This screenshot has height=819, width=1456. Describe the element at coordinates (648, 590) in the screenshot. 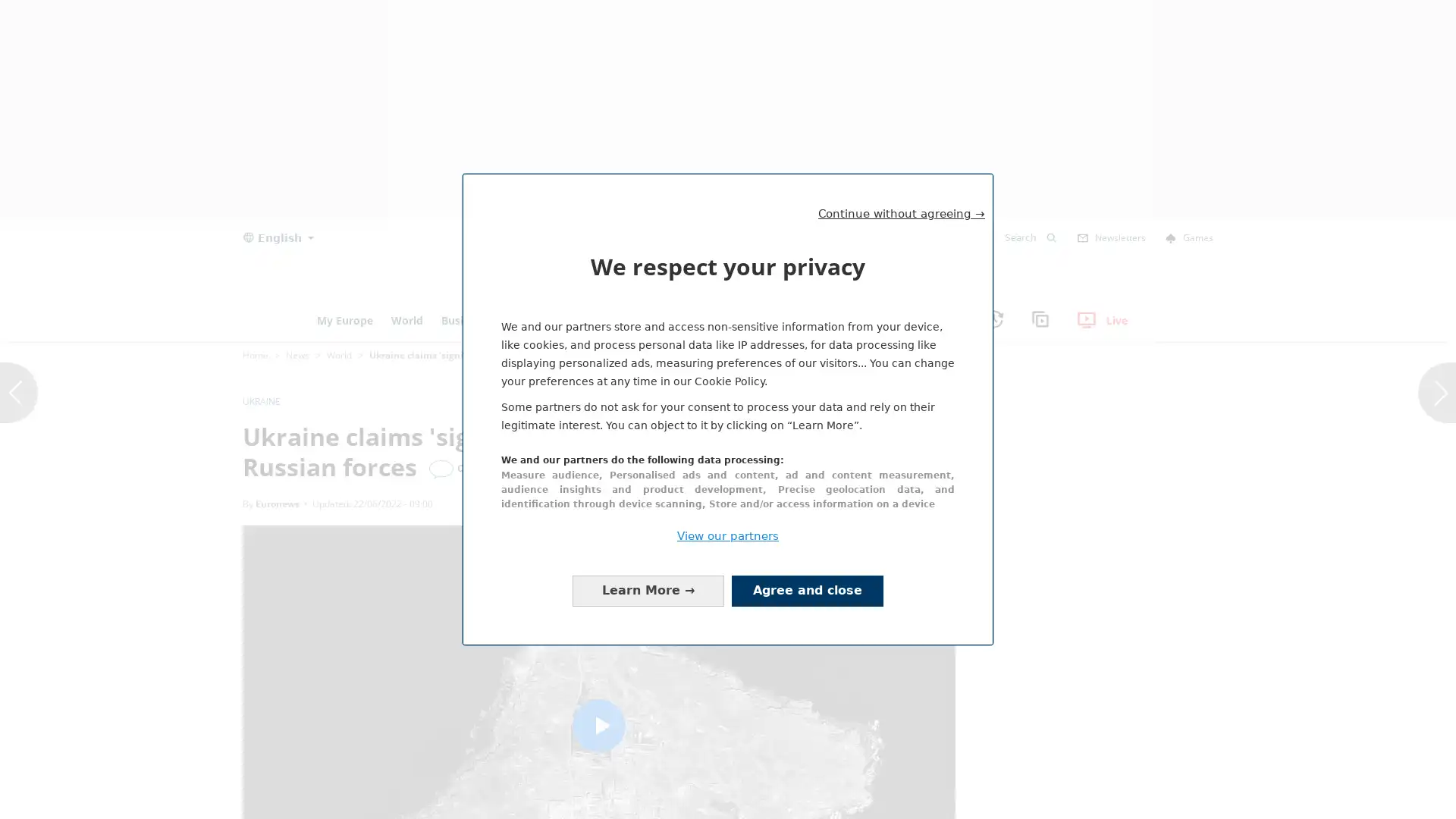

I see `Configure your consents` at that location.